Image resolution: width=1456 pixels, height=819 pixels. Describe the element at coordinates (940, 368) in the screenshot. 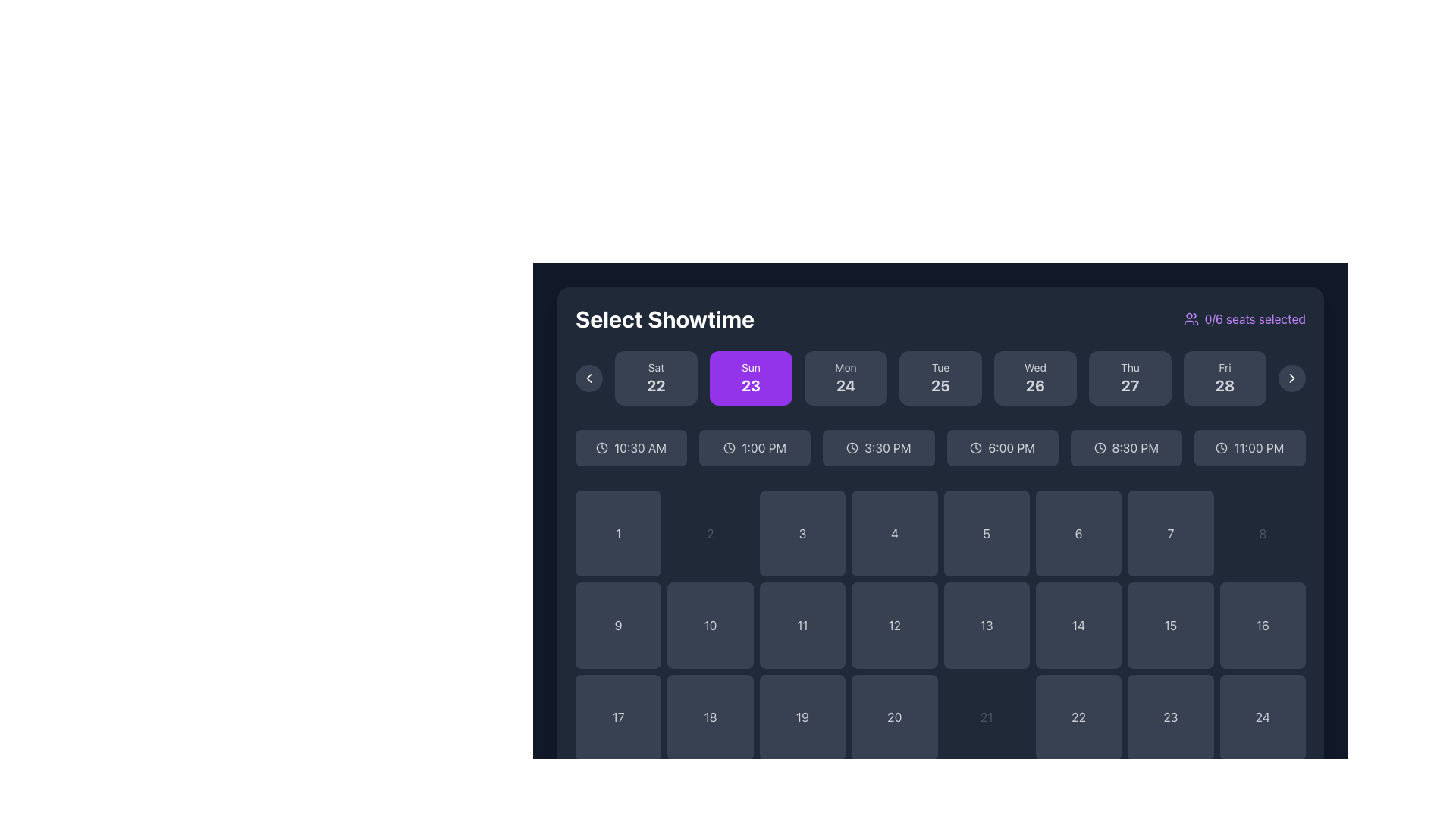

I see `the Text label indicating the day of the week associated with the date '25', which is positioned above the numeric component in the date selection UI` at that location.